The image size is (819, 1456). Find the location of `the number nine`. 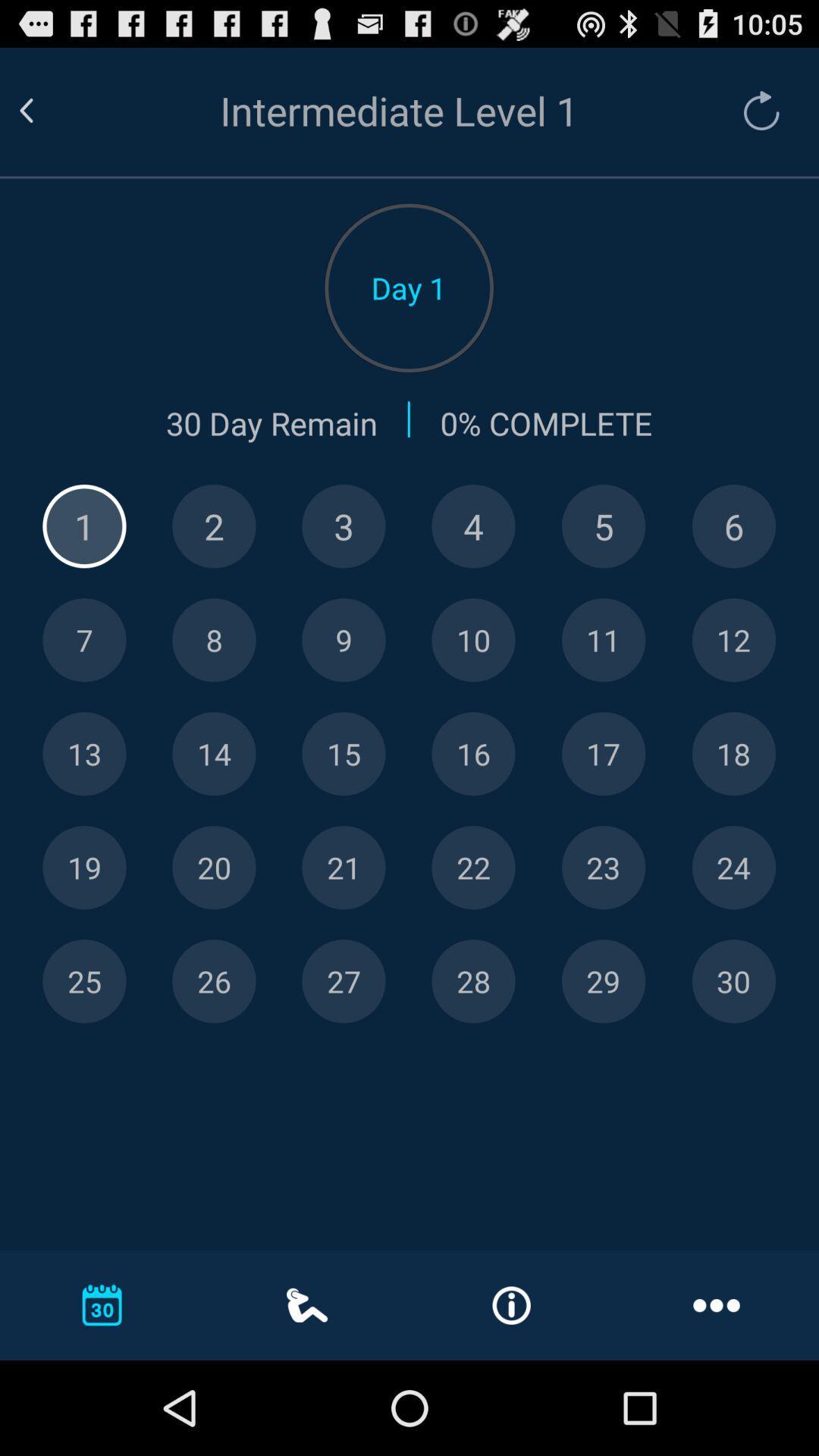

the number nine is located at coordinates (344, 640).